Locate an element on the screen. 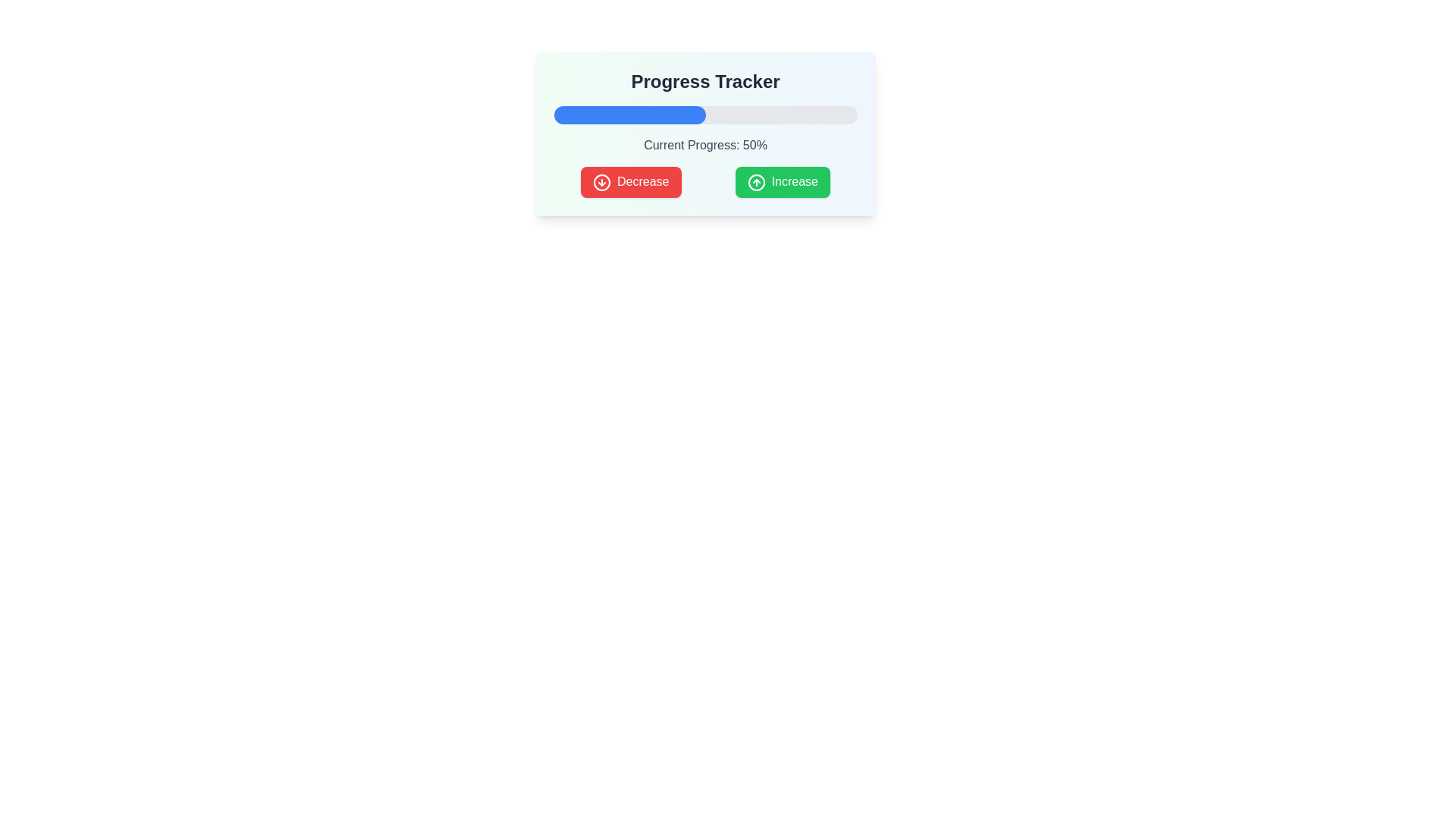  the static text label displaying 'Current Progress: 50%' which is located within the 'Progress Tracker' card interface, positioned below the progress bar and above the 'Decrease' and 'Increase' buttons is located at coordinates (704, 146).